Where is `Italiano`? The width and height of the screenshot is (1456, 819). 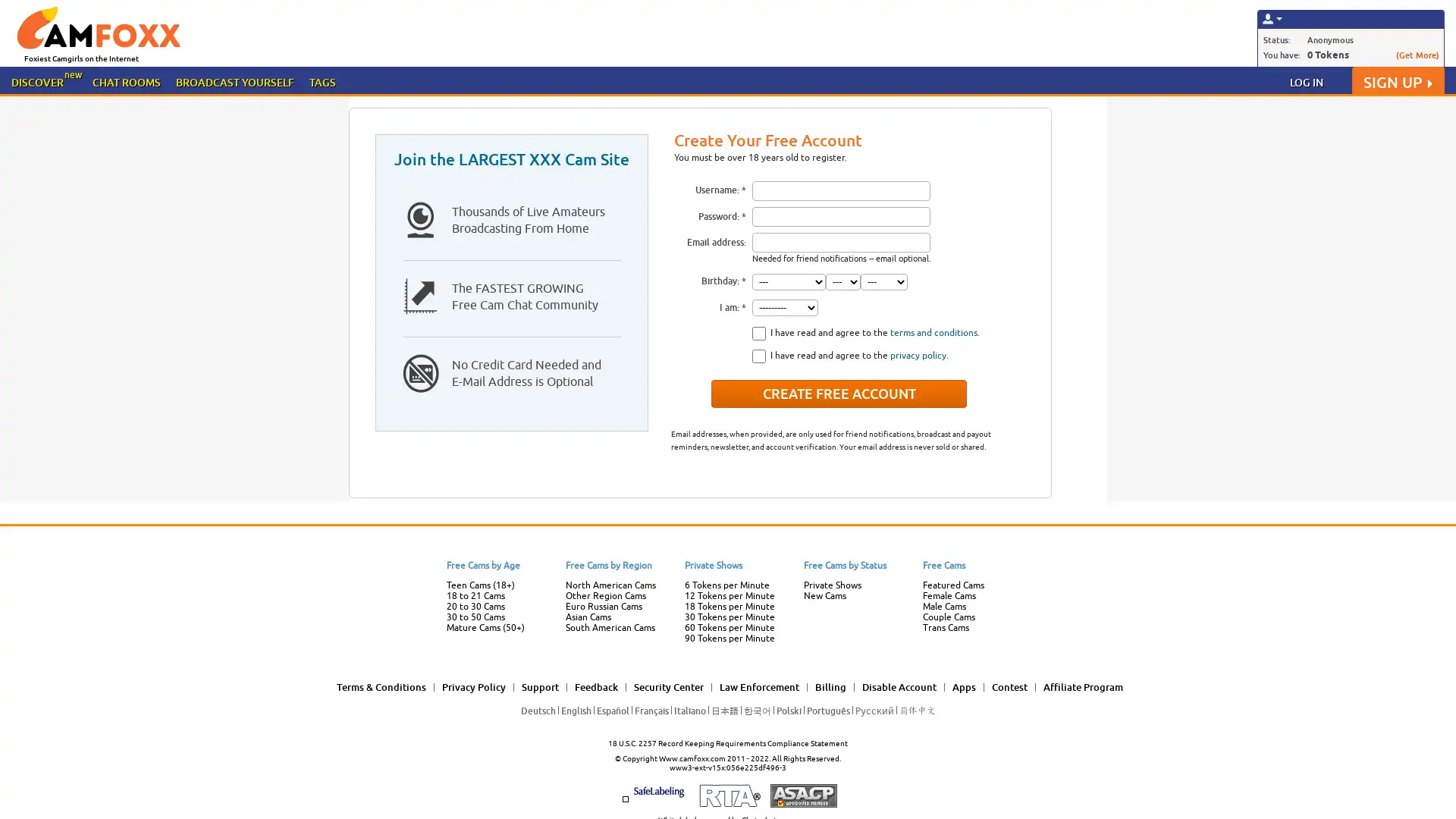 Italiano is located at coordinates (689, 711).